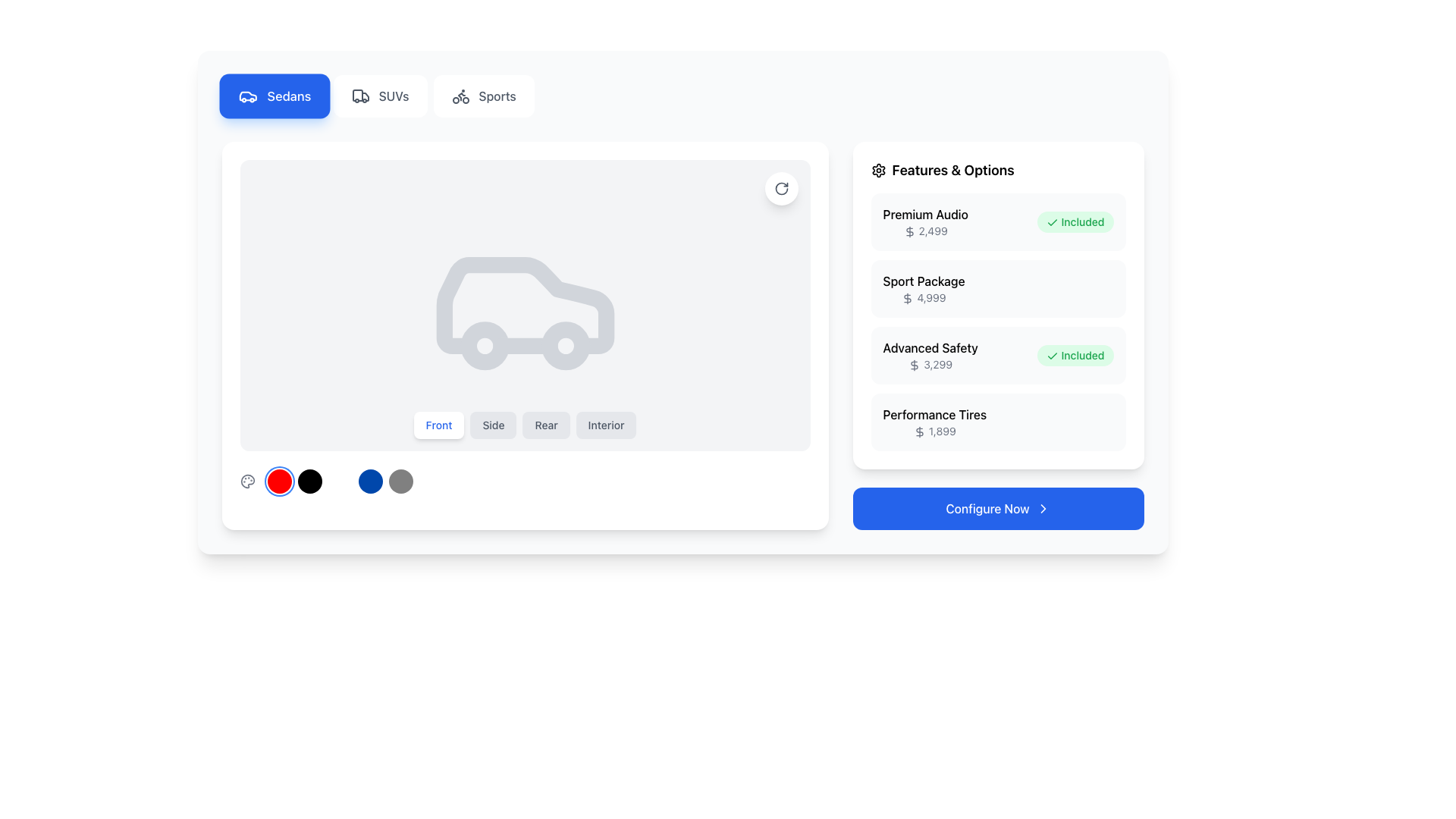  I want to click on the settings icon located to the immediate left of the text 'Features & Options' in the top-right corner of the main interface area, so click(878, 170).